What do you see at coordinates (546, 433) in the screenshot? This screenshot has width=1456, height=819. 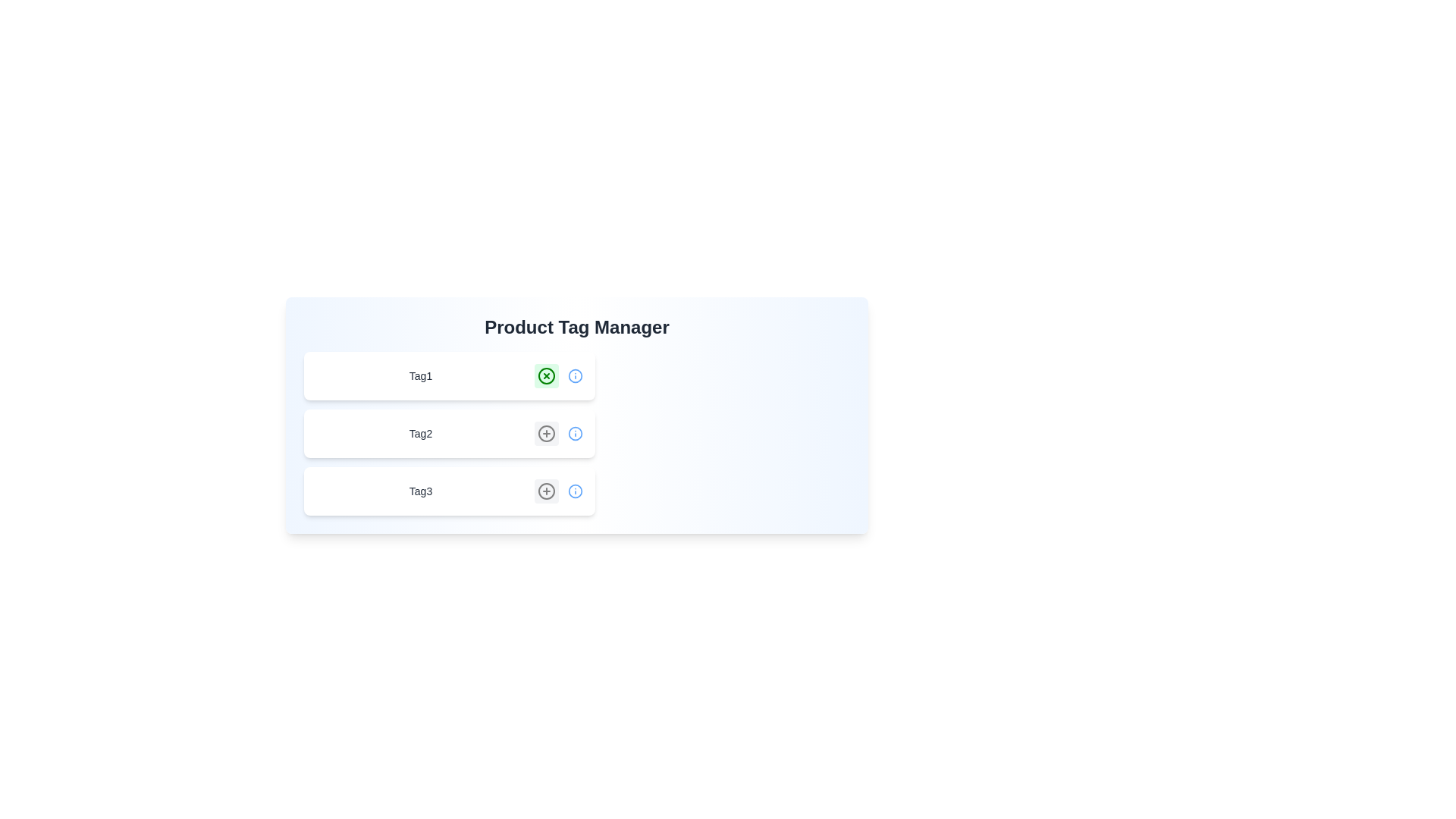 I see `the tag Tag2` at bounding box center [546, 433].